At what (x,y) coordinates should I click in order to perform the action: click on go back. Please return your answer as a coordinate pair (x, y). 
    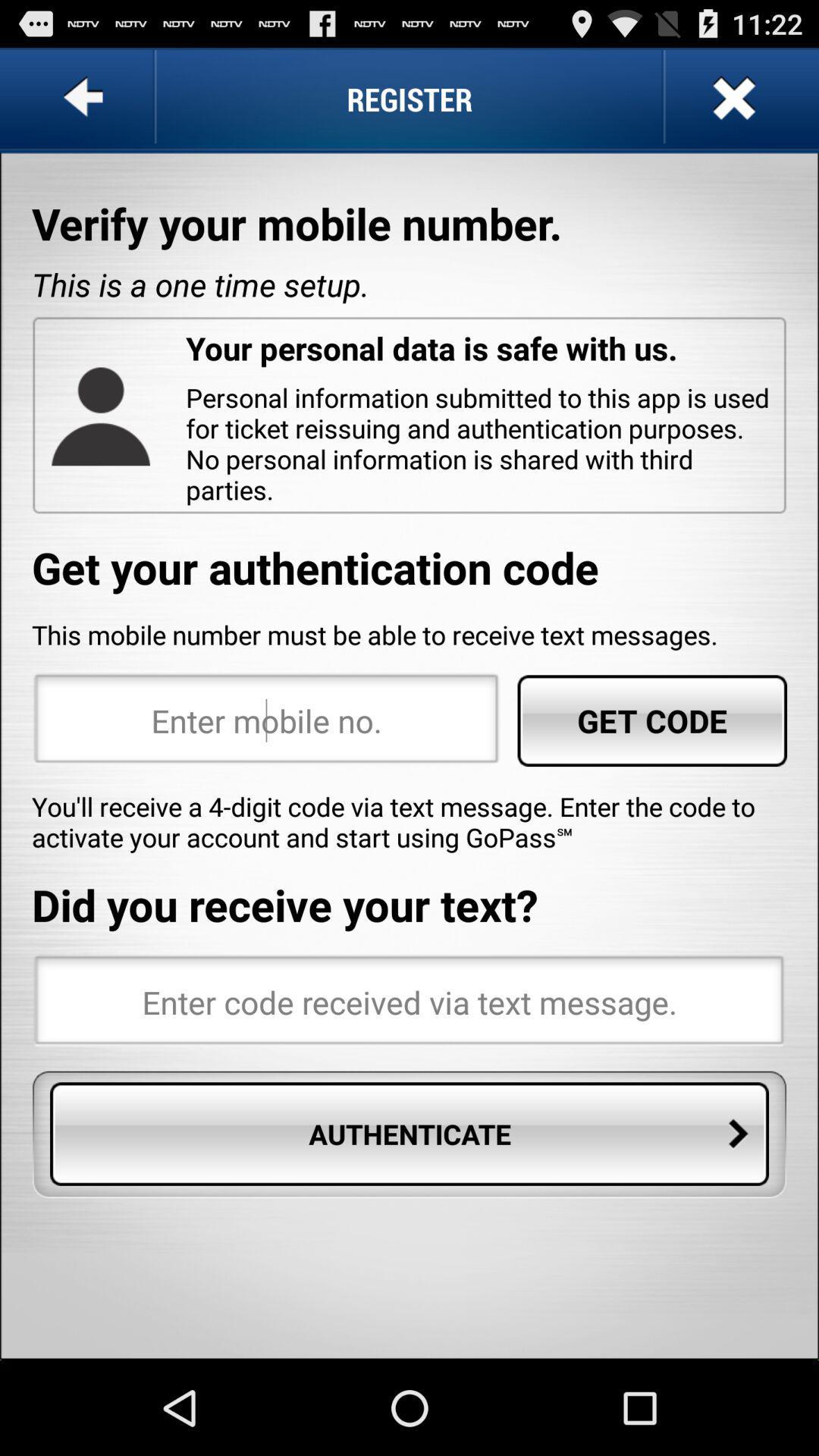
    Looking at the image, I should click on (86, 98).